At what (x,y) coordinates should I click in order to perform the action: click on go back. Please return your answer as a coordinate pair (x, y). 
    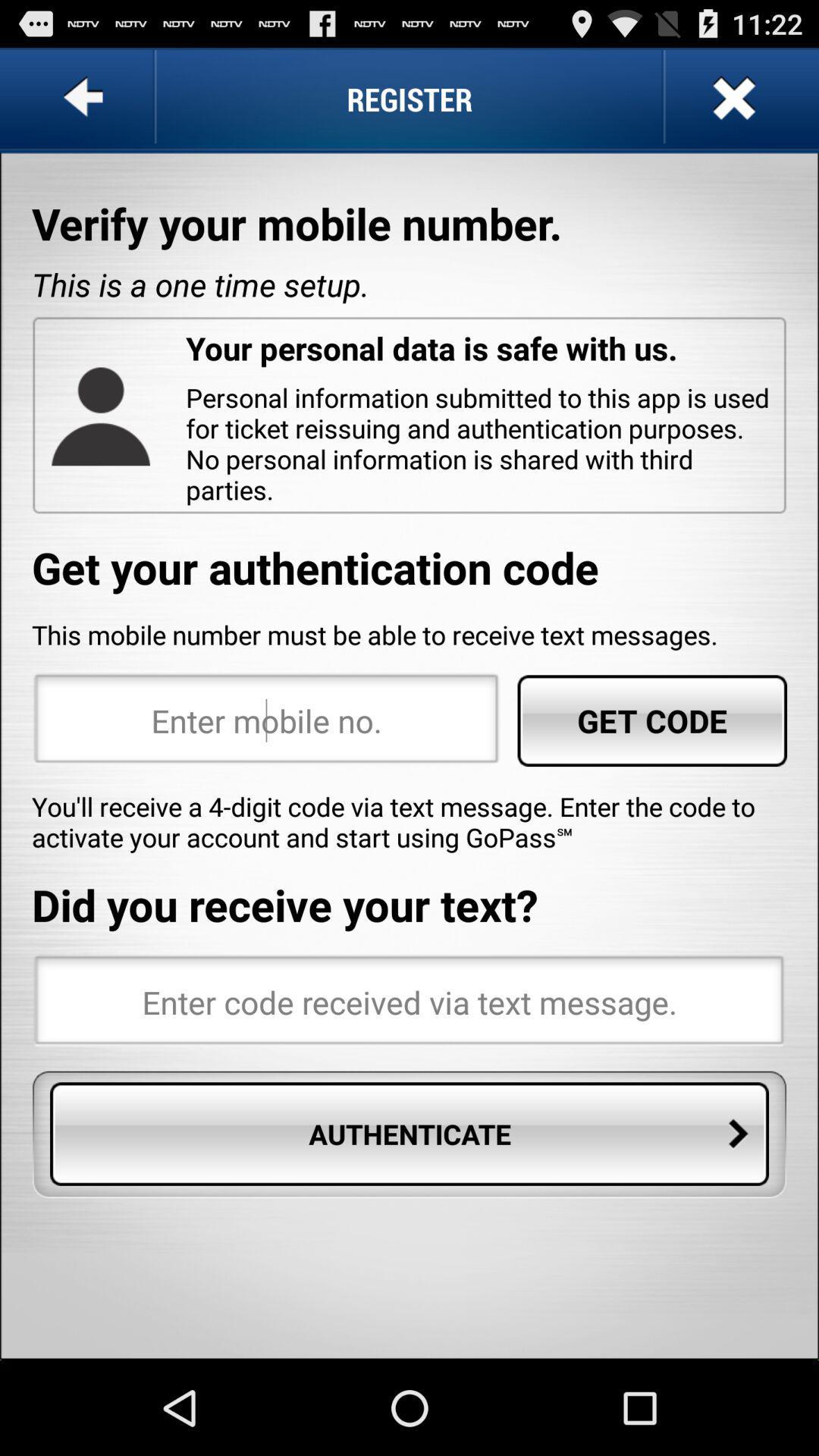
    Looking at the image, I should click on (86, 98).